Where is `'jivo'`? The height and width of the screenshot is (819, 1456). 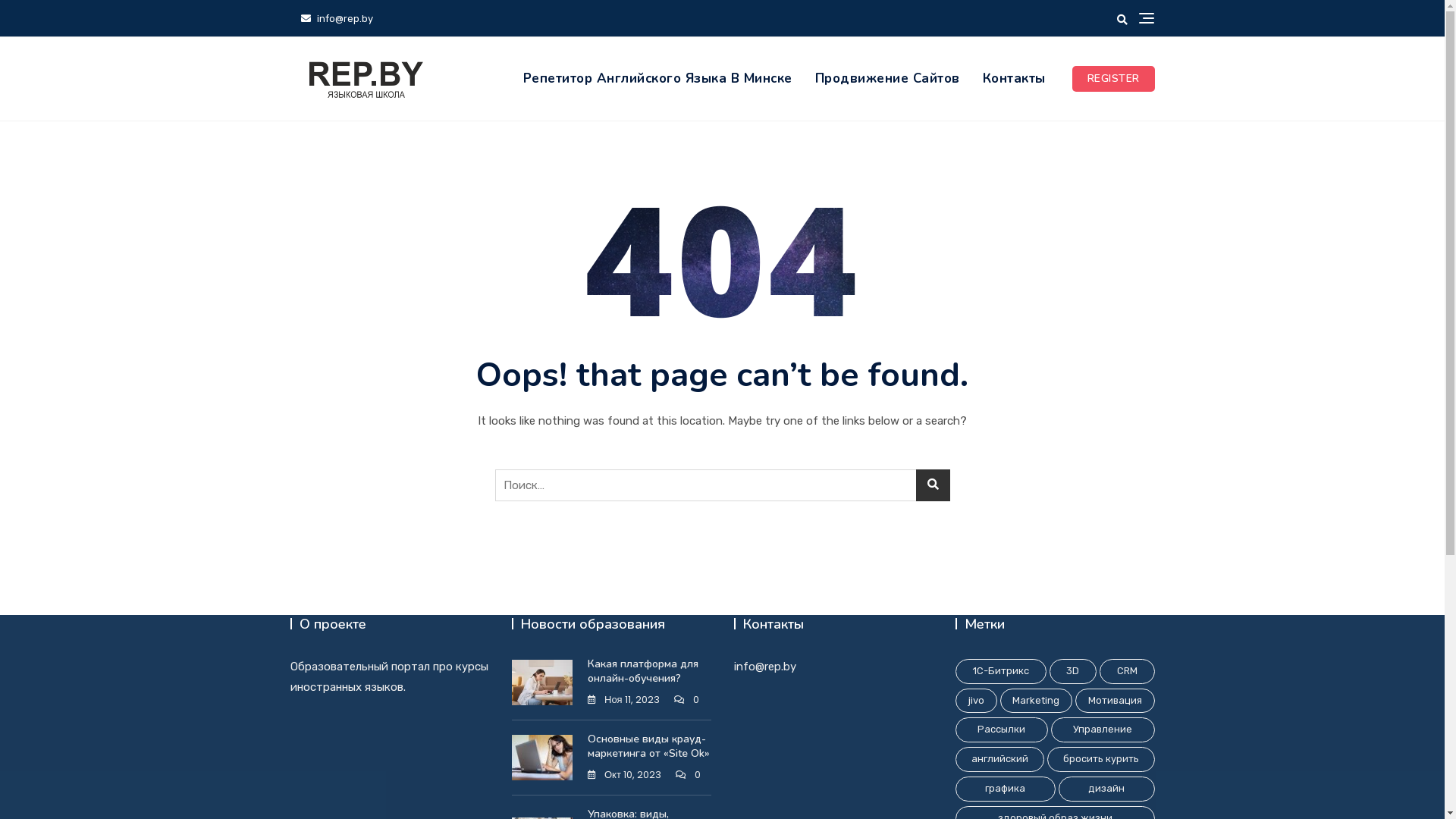 'jivo' is located at coordinates (976, 701).